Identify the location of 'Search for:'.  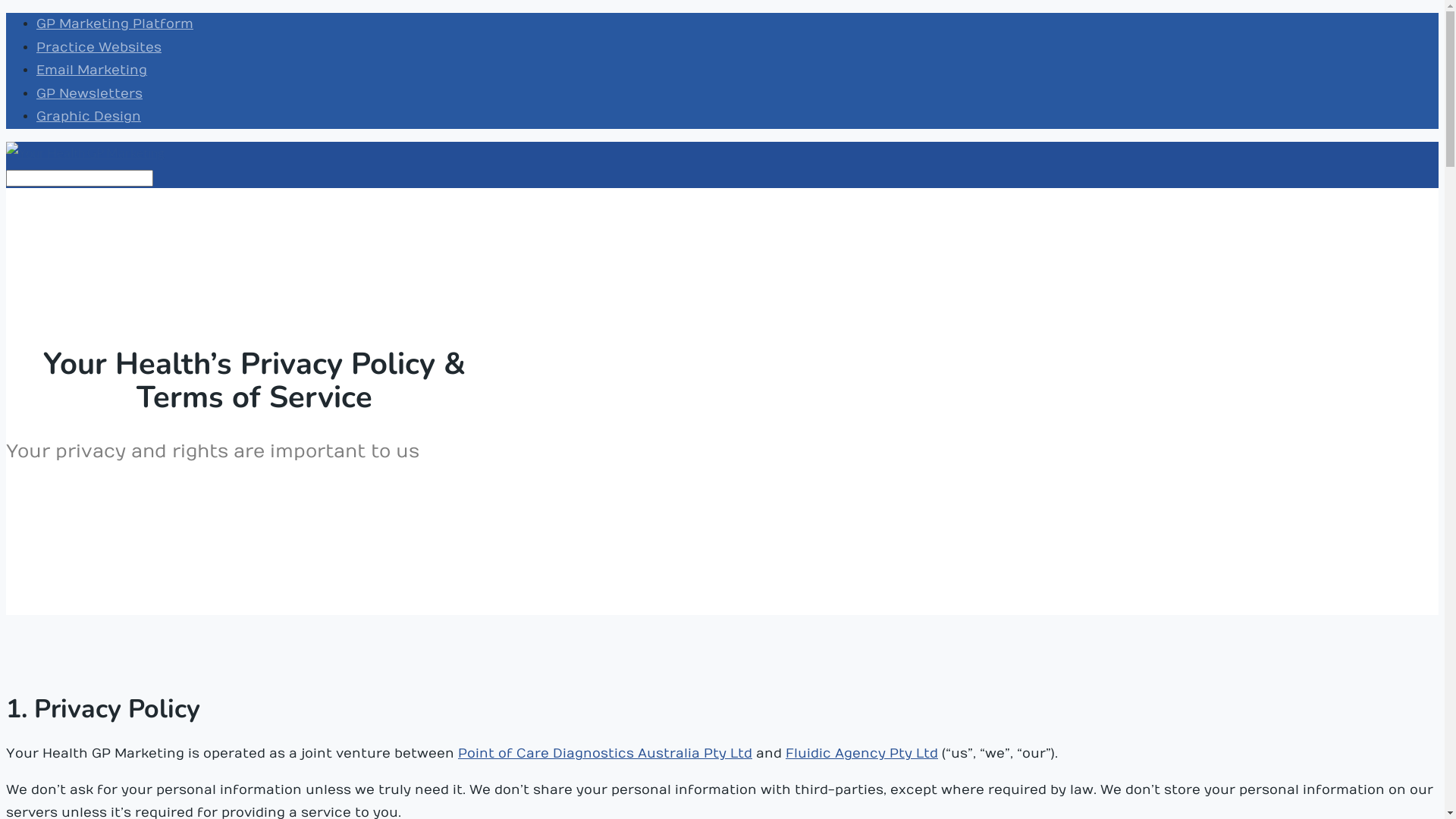
(6, 177).